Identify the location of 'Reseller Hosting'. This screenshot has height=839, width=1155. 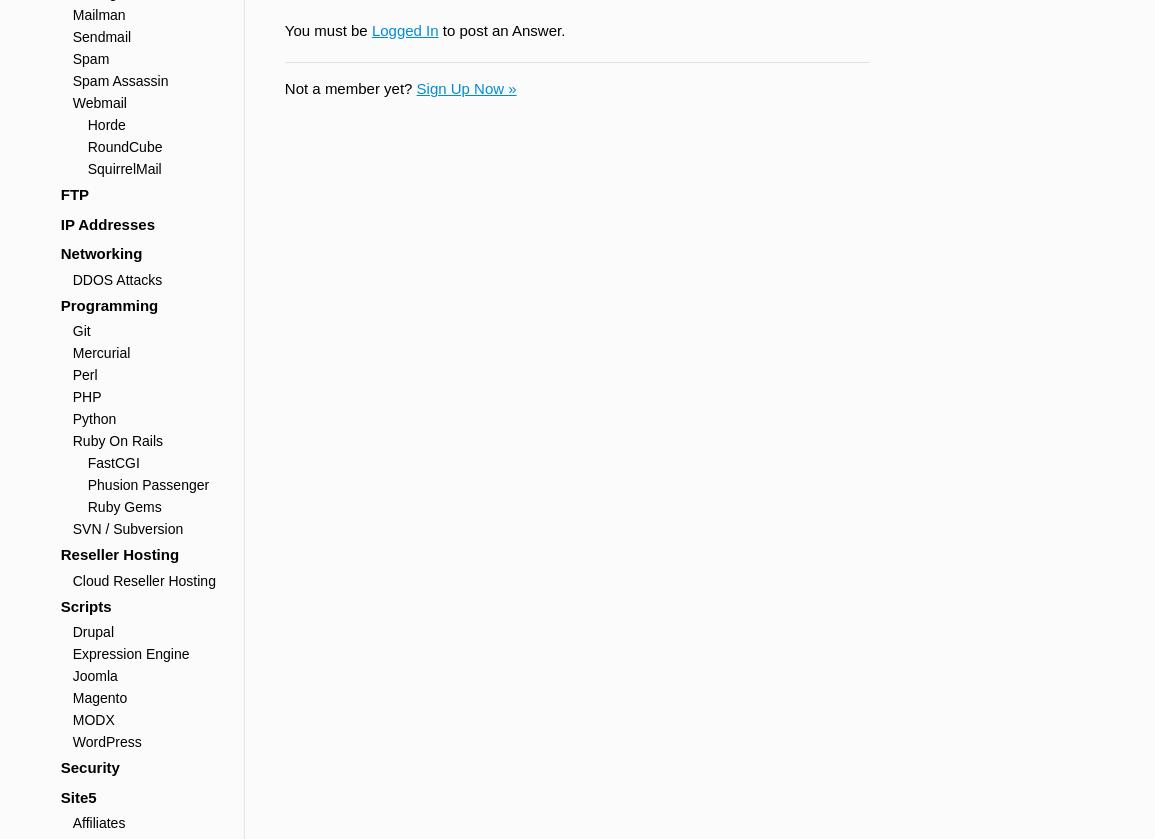
(119, 553).